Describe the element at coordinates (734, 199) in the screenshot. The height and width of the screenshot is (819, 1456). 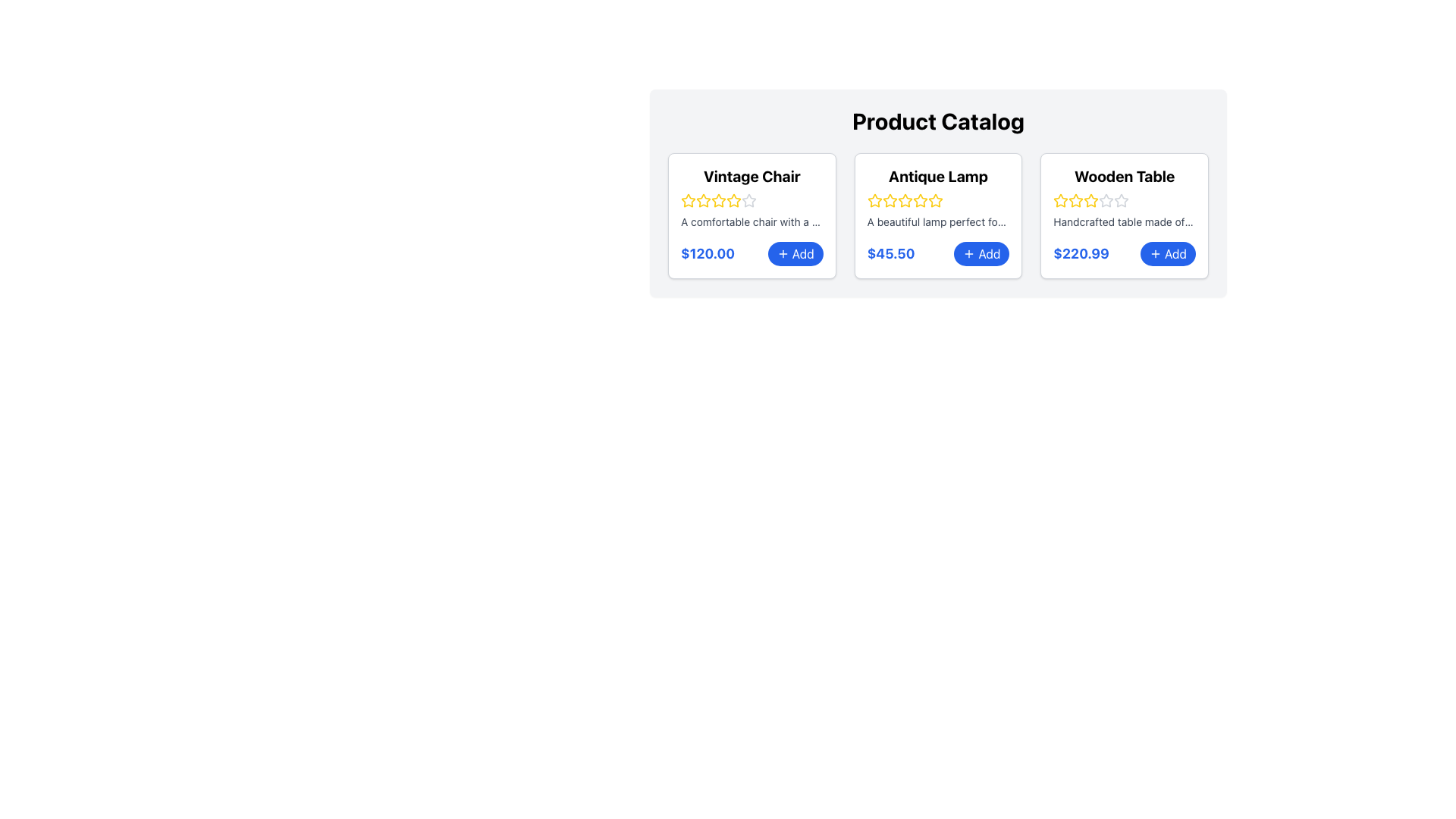
I see `the second yellow star icon in the rating interface for the 'Vintage Chair' product` at that location.